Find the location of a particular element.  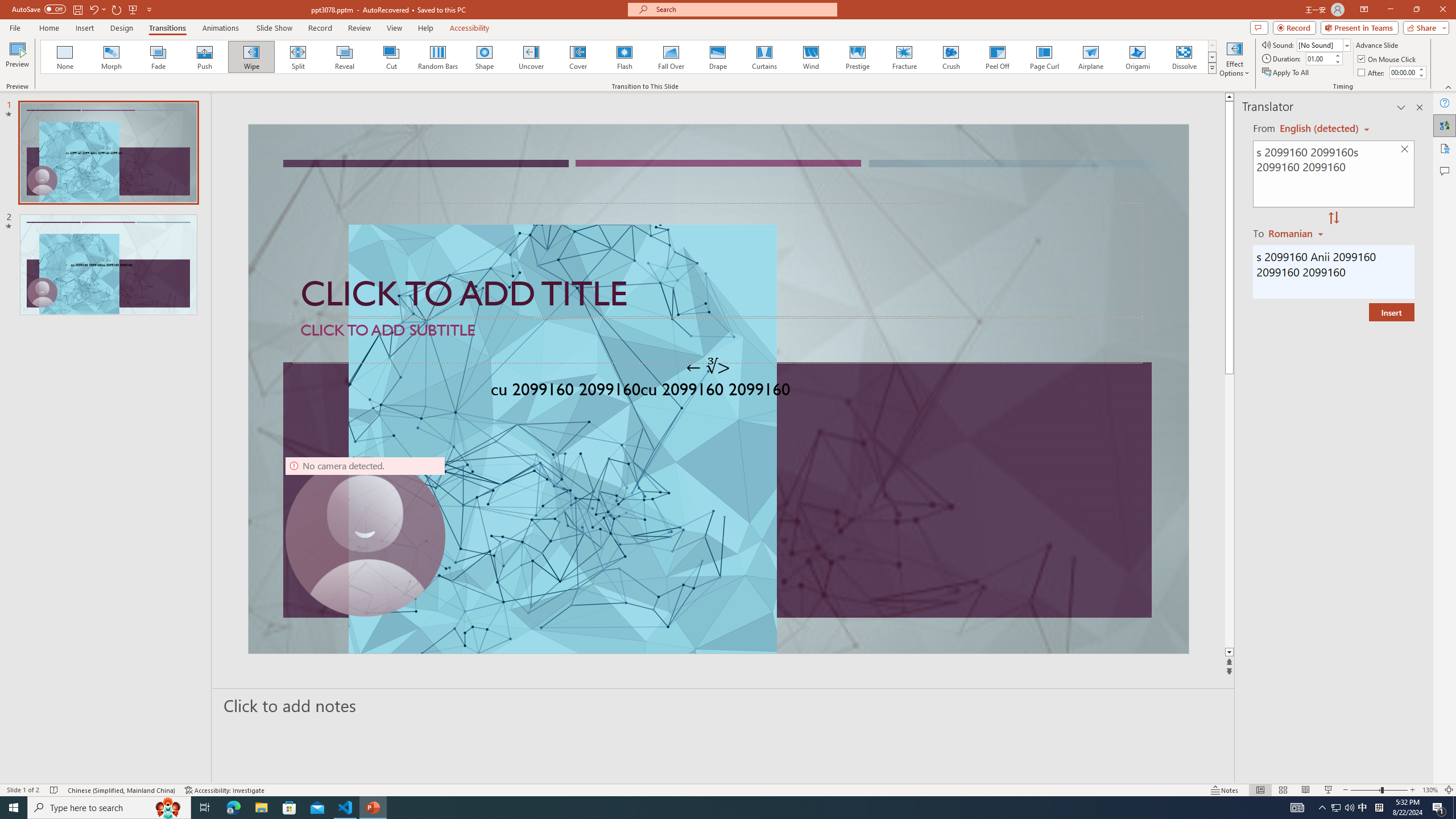

'Clear text' is located at coordinates (1405, 150).